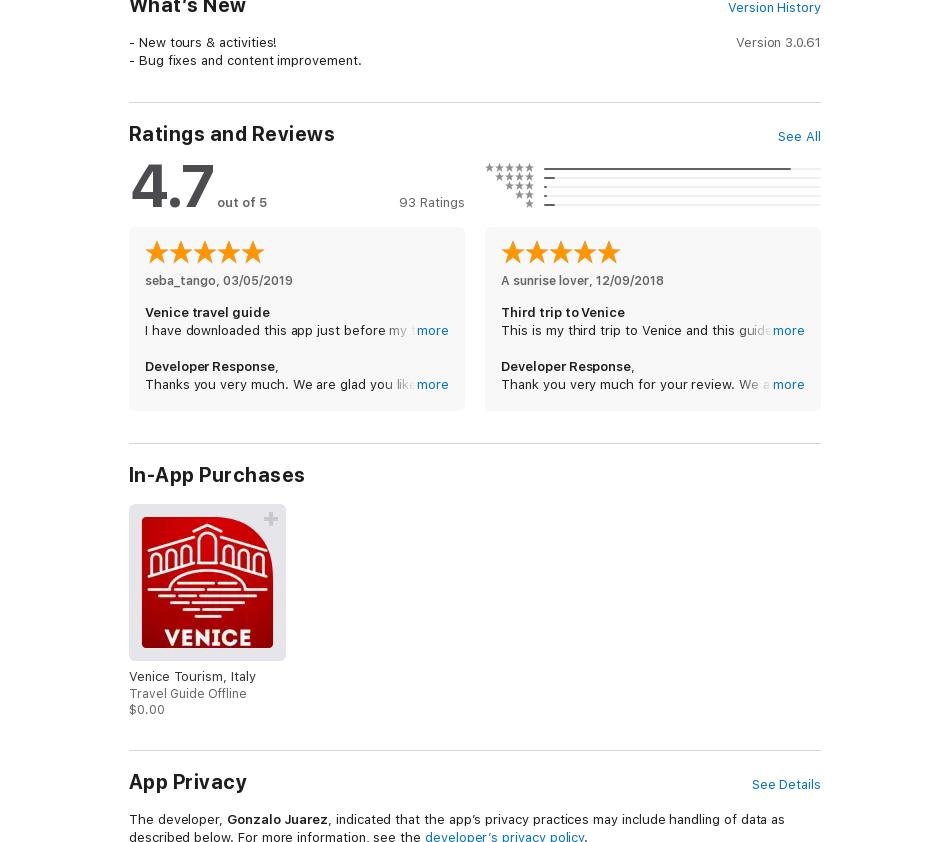 The height and width of the screenshot is (842, 950). Describe the element at coordinates (785, 784) in the screenshot. I see `'See Details'` at that location.